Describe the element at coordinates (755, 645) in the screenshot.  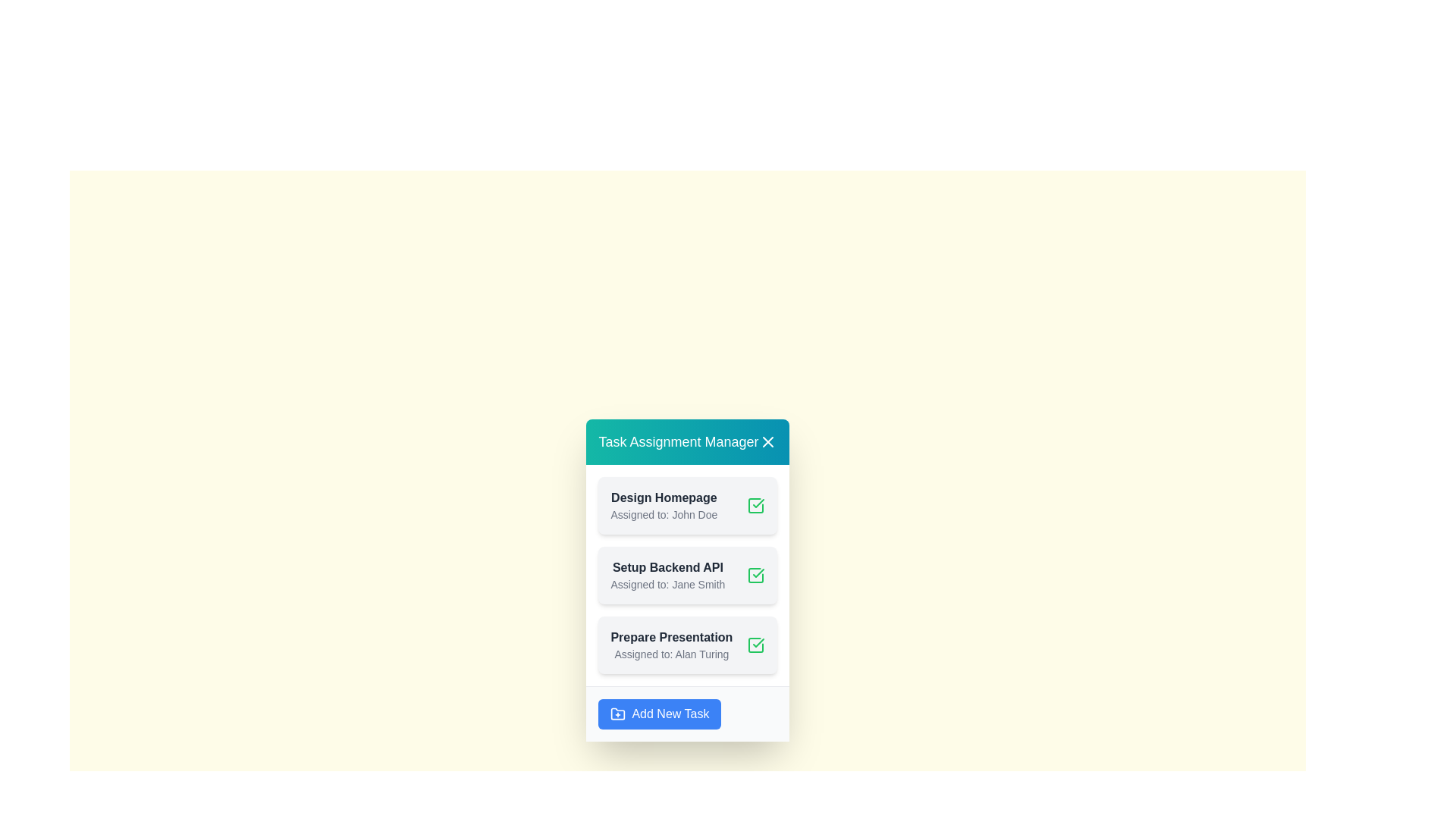
I see `the checkmark icon for the task 'Prepare Presentation' to mark it as completed` at that location.